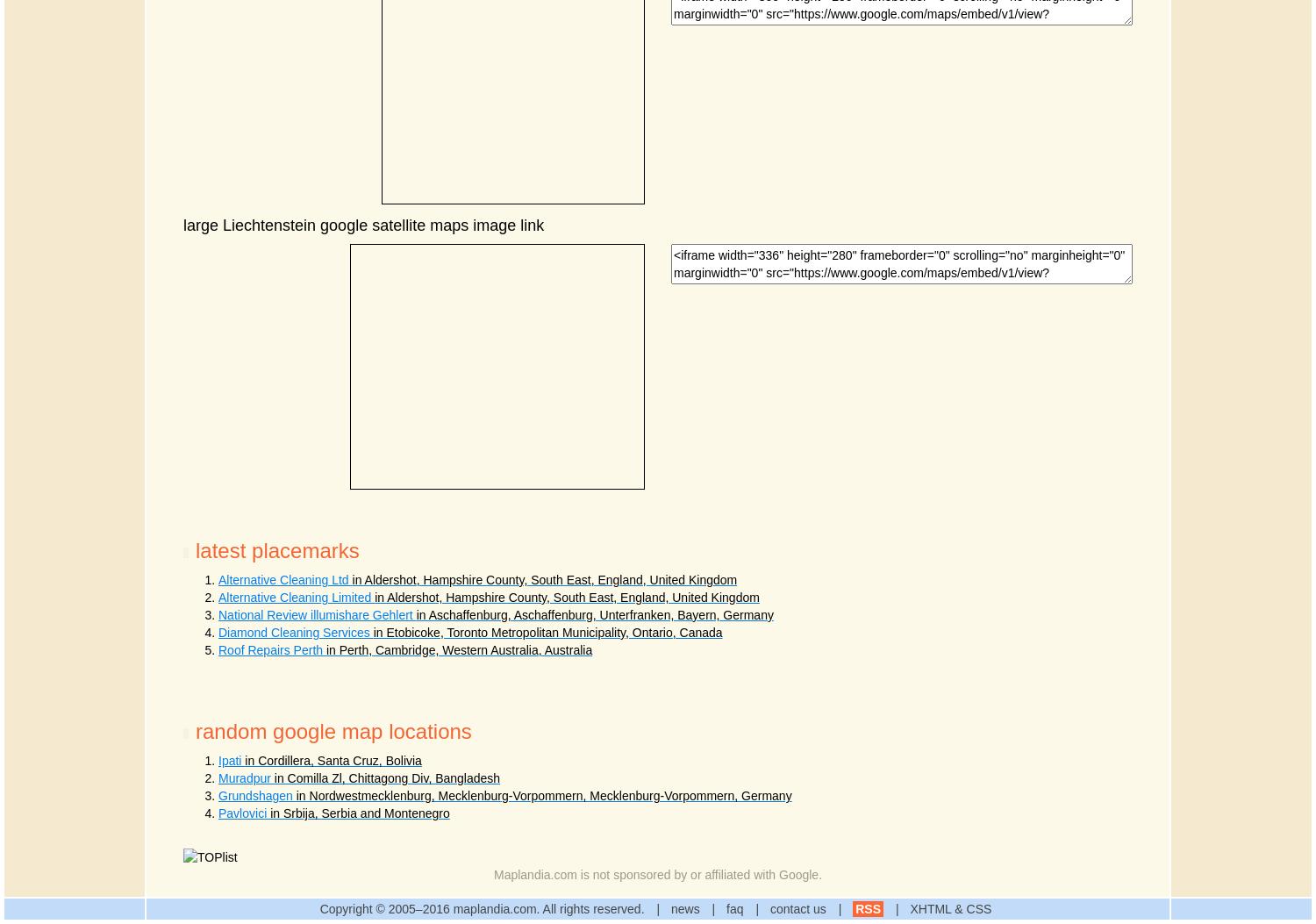  What do you see at coordinates (867, 908) in the screenshot?
I see `'RSS'` at bounding box center [867, 908].